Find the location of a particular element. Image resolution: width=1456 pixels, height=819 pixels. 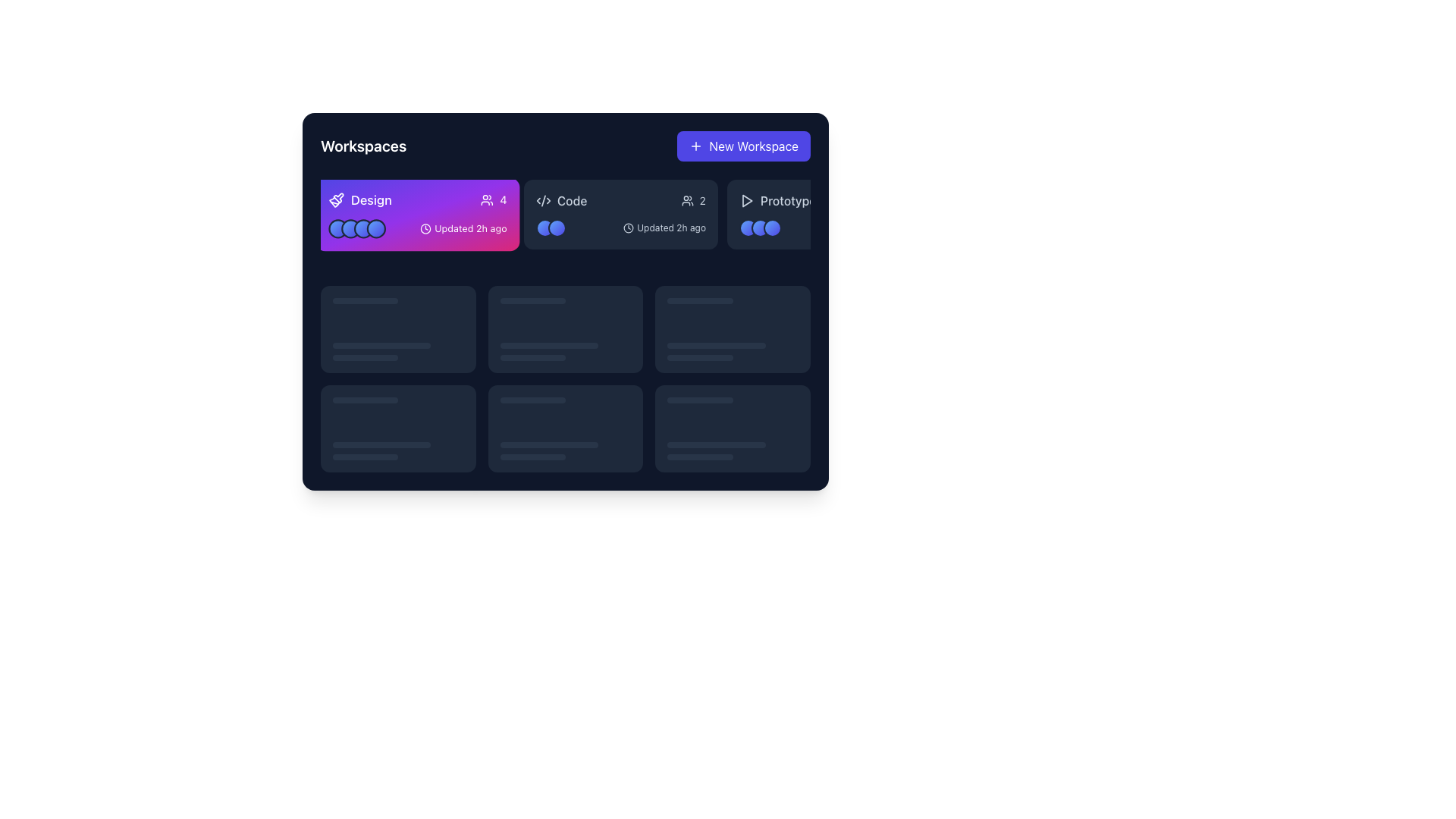

the second avatar indicator in the 'Design' workspace section, which visually represents a user avatar within the card layout is located at coordinates (350, 228).